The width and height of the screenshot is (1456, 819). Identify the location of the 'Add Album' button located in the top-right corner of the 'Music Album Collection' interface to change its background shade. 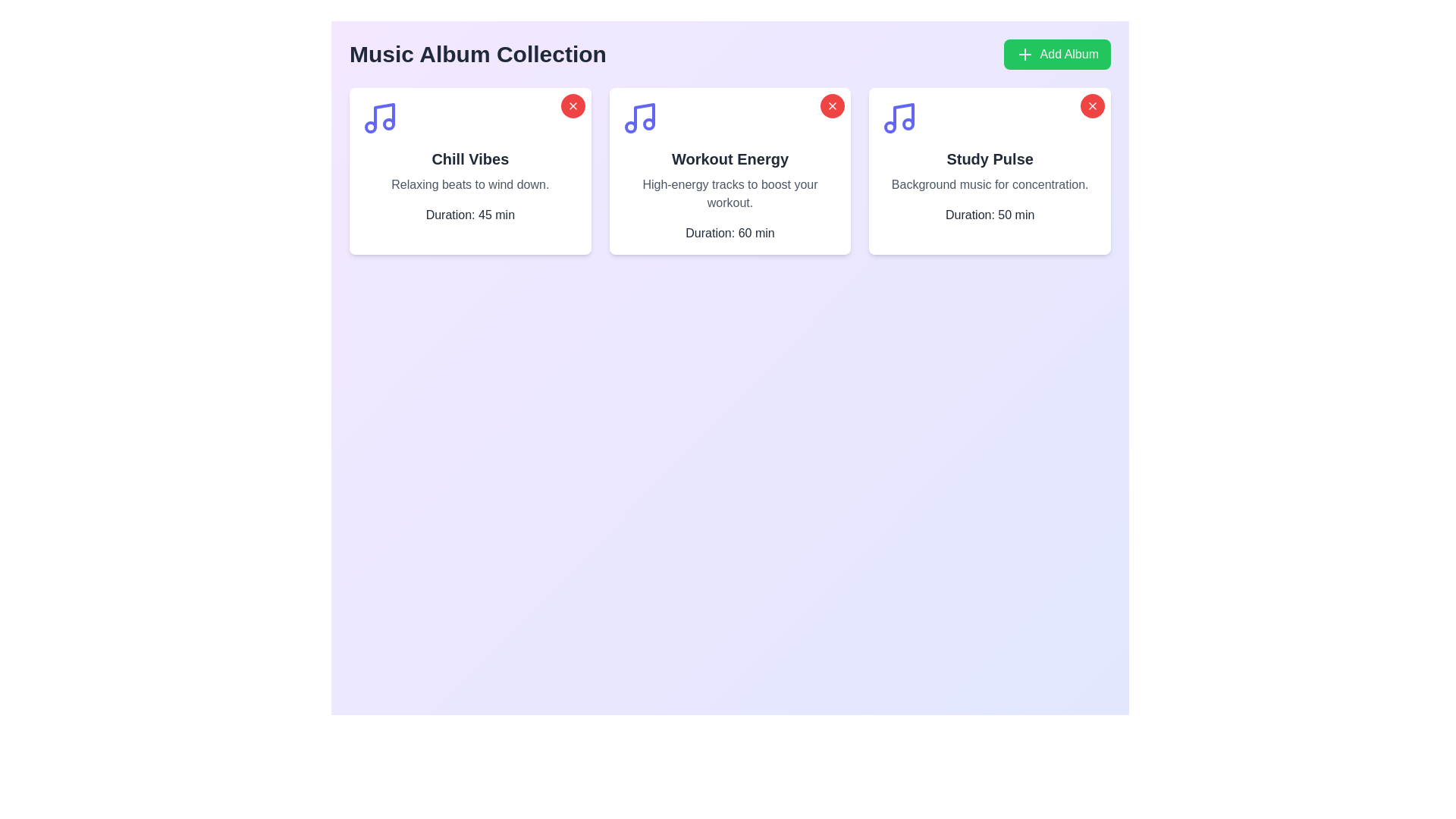
(1056, 54).